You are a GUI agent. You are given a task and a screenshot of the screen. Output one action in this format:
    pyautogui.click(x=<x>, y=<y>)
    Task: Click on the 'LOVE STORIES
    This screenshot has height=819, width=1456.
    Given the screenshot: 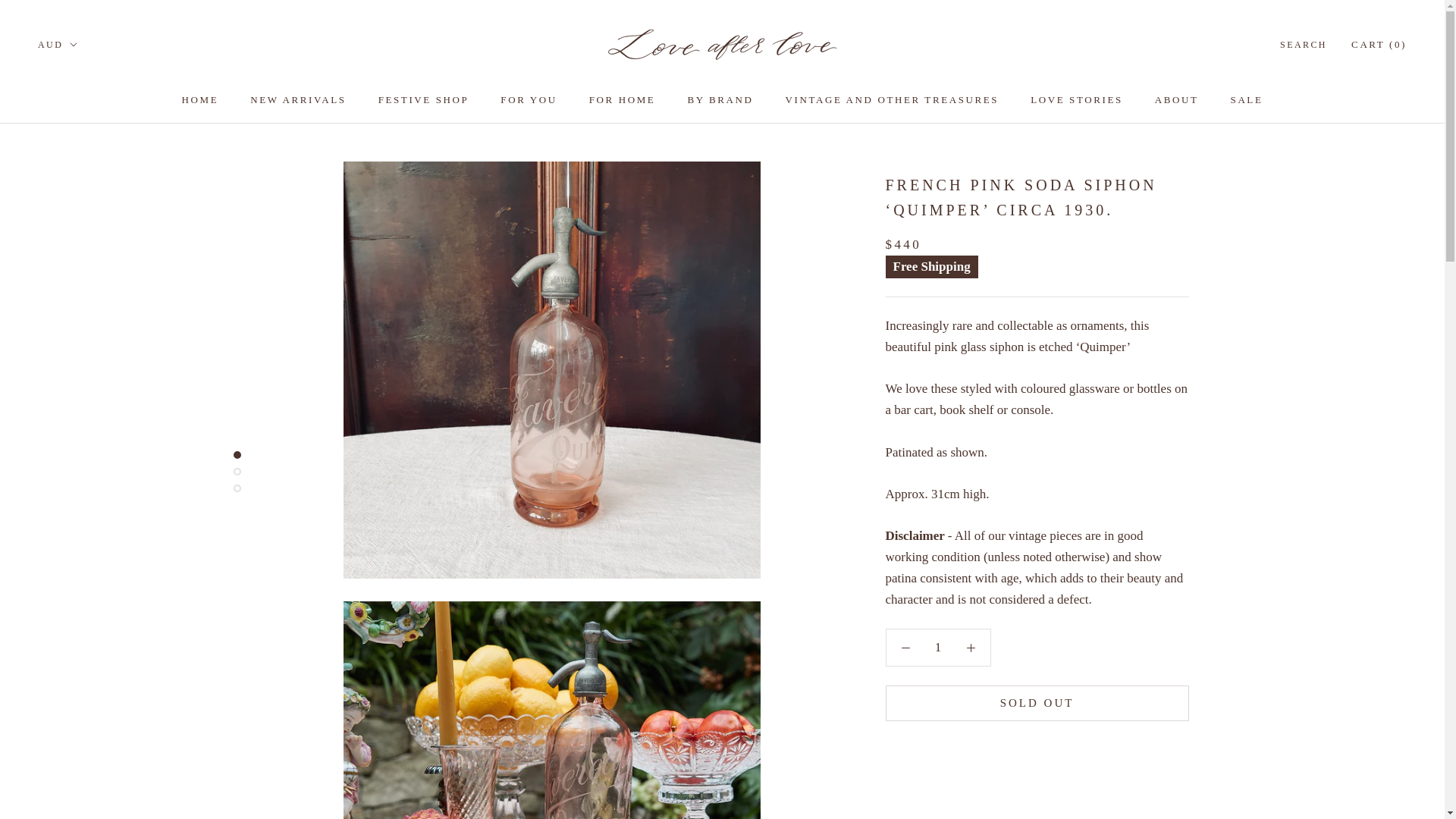 What is the action you would take?
    pyautogui.click(x=1076, y=99)
    